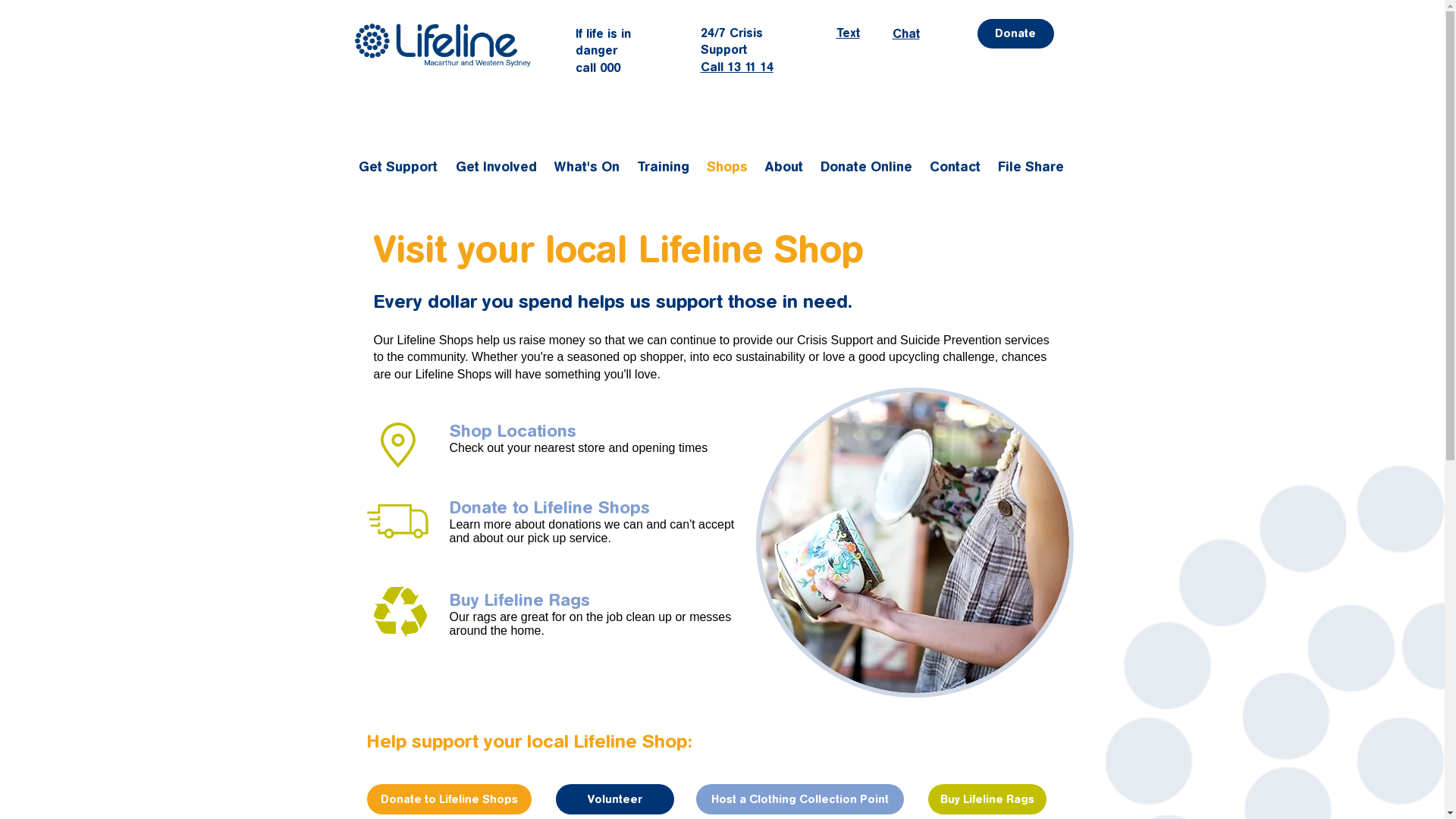 This screenshot has height=819, width=1456. What do you see at coordinates (519, 599) in the screenshot?
I see `'Buy Lifeline Rags'` at bounding box center [519, 599].